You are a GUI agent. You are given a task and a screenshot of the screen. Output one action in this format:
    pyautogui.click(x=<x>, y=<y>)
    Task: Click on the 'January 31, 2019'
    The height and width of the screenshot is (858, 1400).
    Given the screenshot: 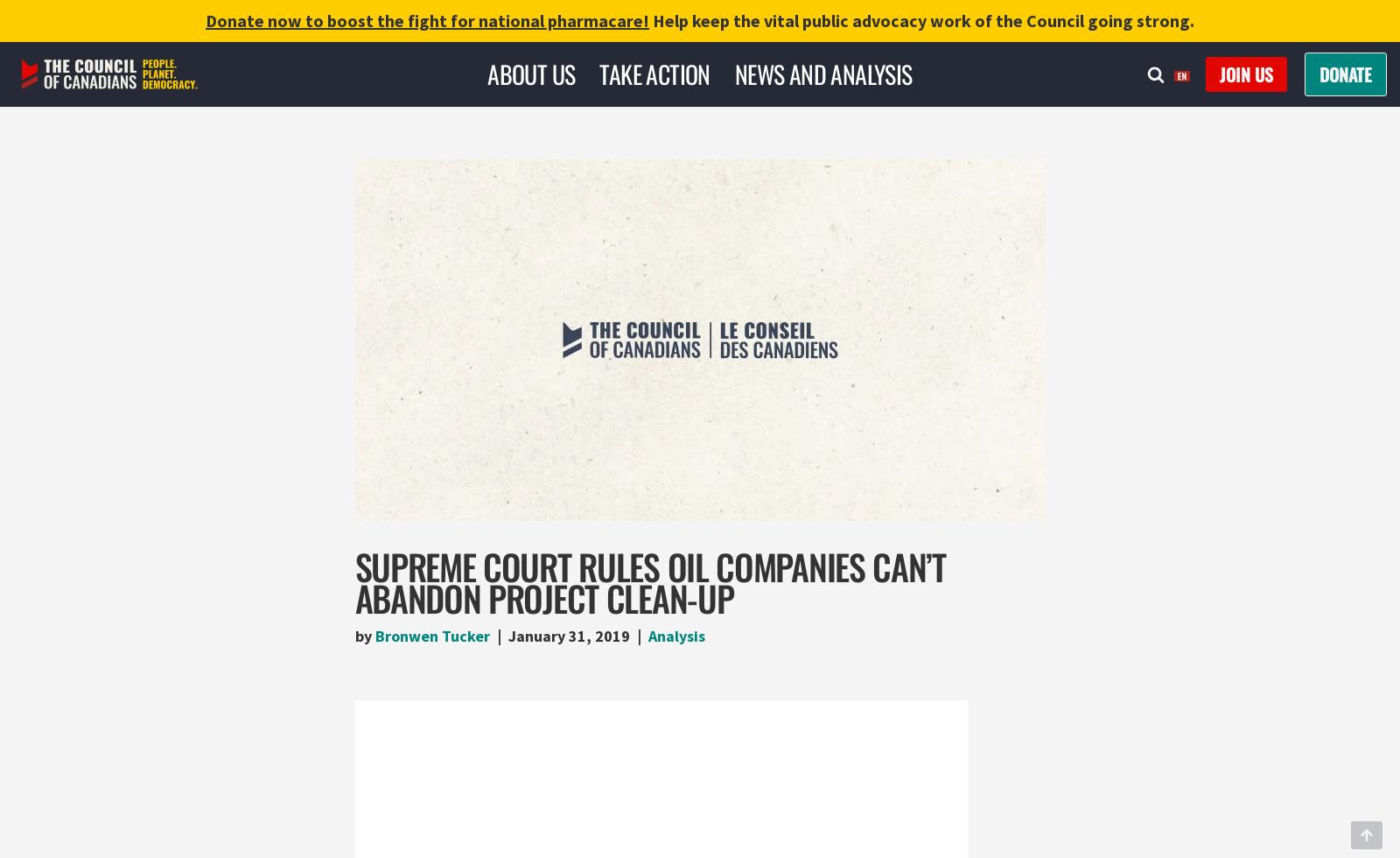 What is the action you would take?
    pyautogui.click(x=568, y=635)
    